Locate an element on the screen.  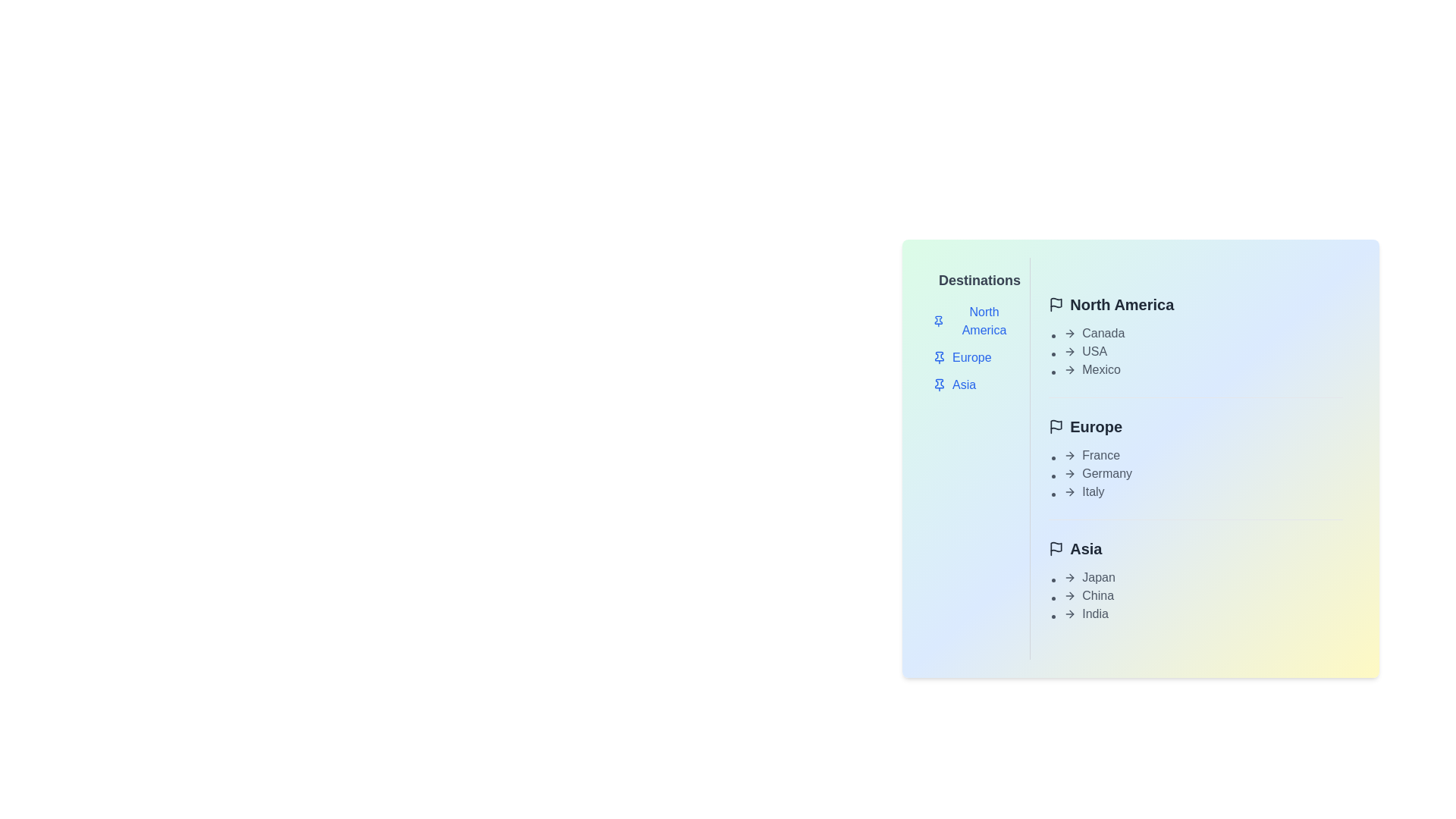
the small, right-facing arrow icon located to the left of the 'France' text under the Europe section of the menu is located at coordinates (1069, 455).